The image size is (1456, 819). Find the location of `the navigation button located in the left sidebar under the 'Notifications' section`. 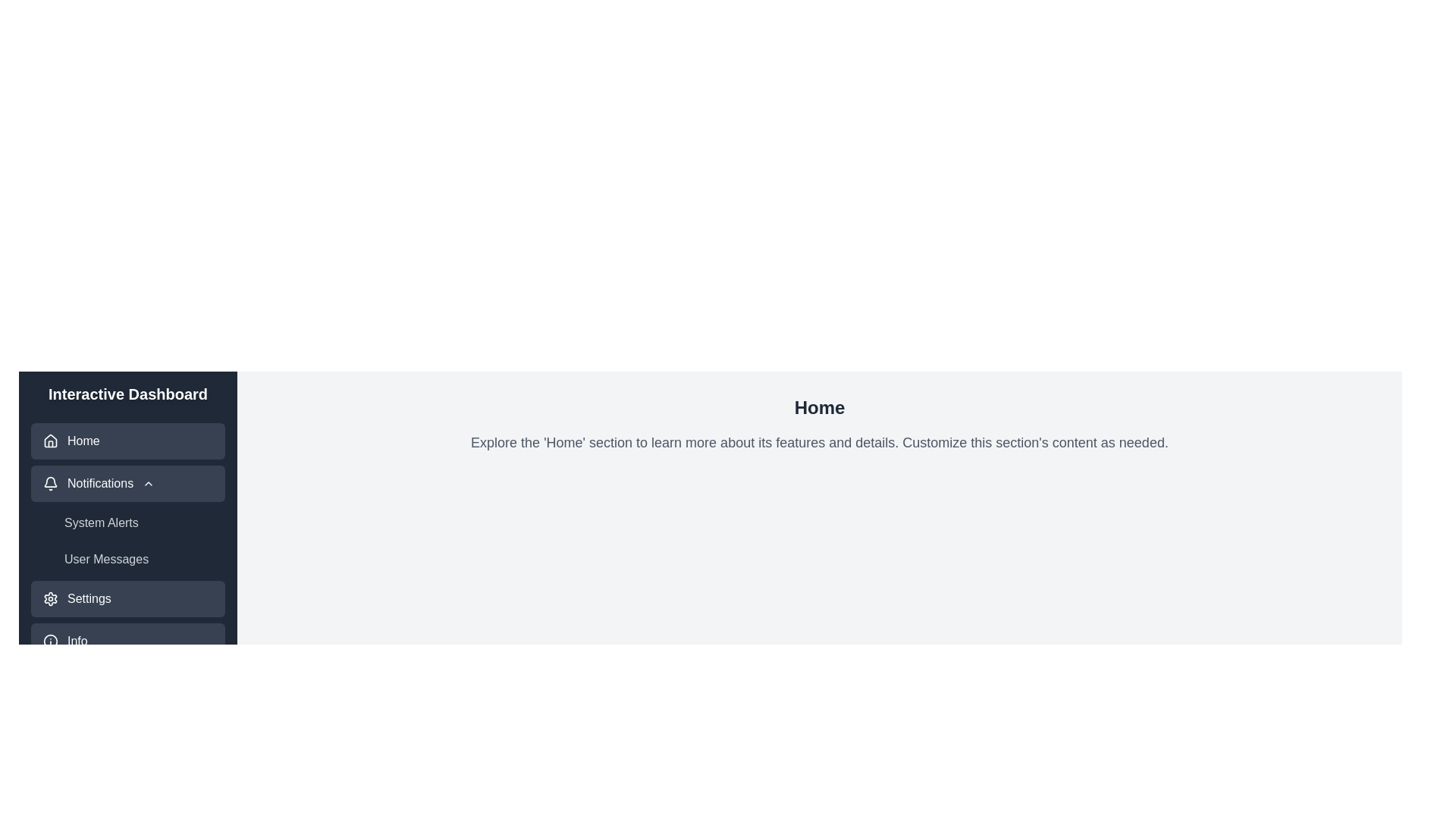

the navigation button located in the left sidebar under the 'Notifications' section is located at coordinates (140, 522).